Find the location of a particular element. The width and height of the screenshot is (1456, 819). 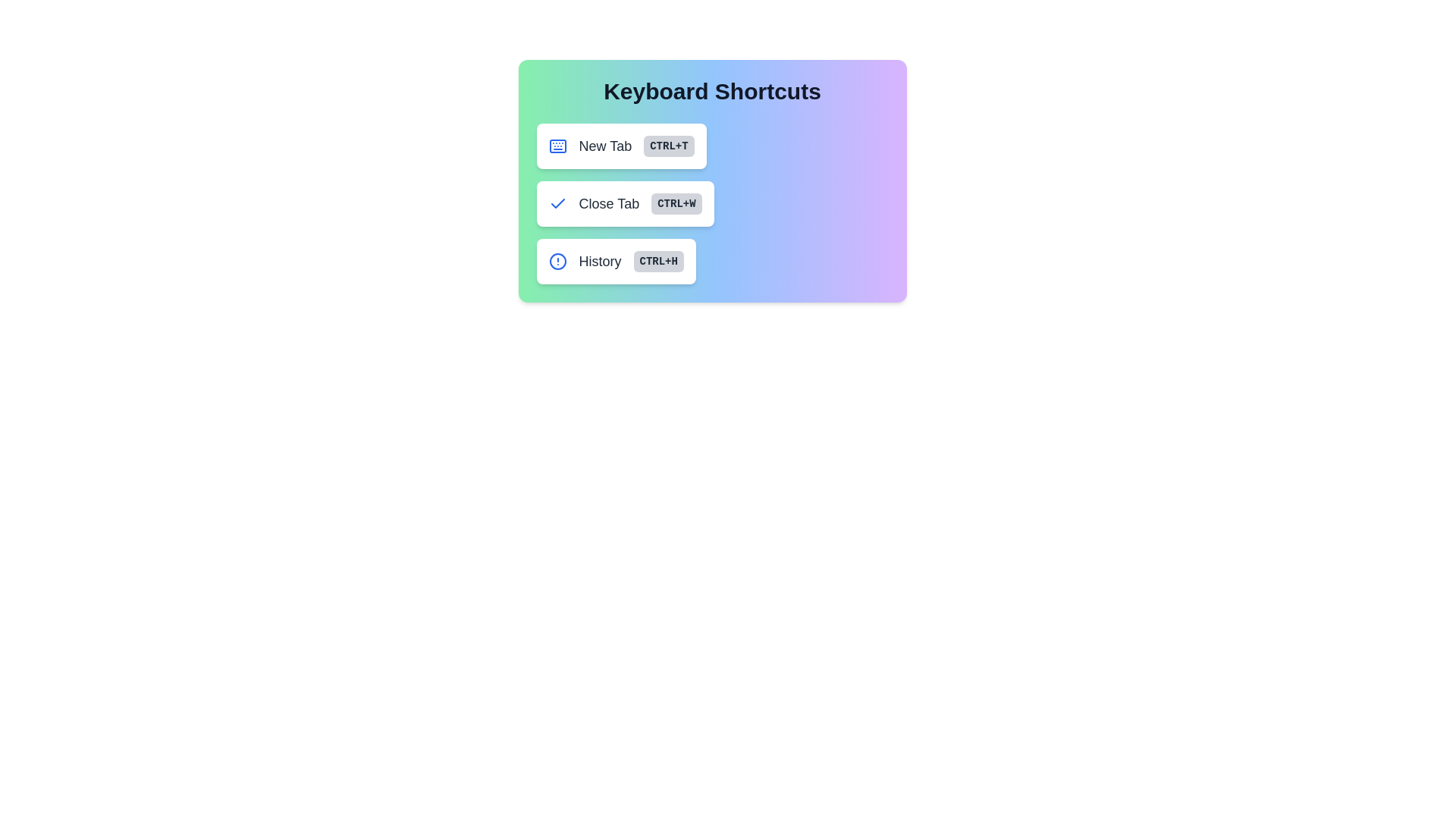

the third interactive button-like component under the 'Keyboard Shortcuts' category is located at coordinates (616, 260).